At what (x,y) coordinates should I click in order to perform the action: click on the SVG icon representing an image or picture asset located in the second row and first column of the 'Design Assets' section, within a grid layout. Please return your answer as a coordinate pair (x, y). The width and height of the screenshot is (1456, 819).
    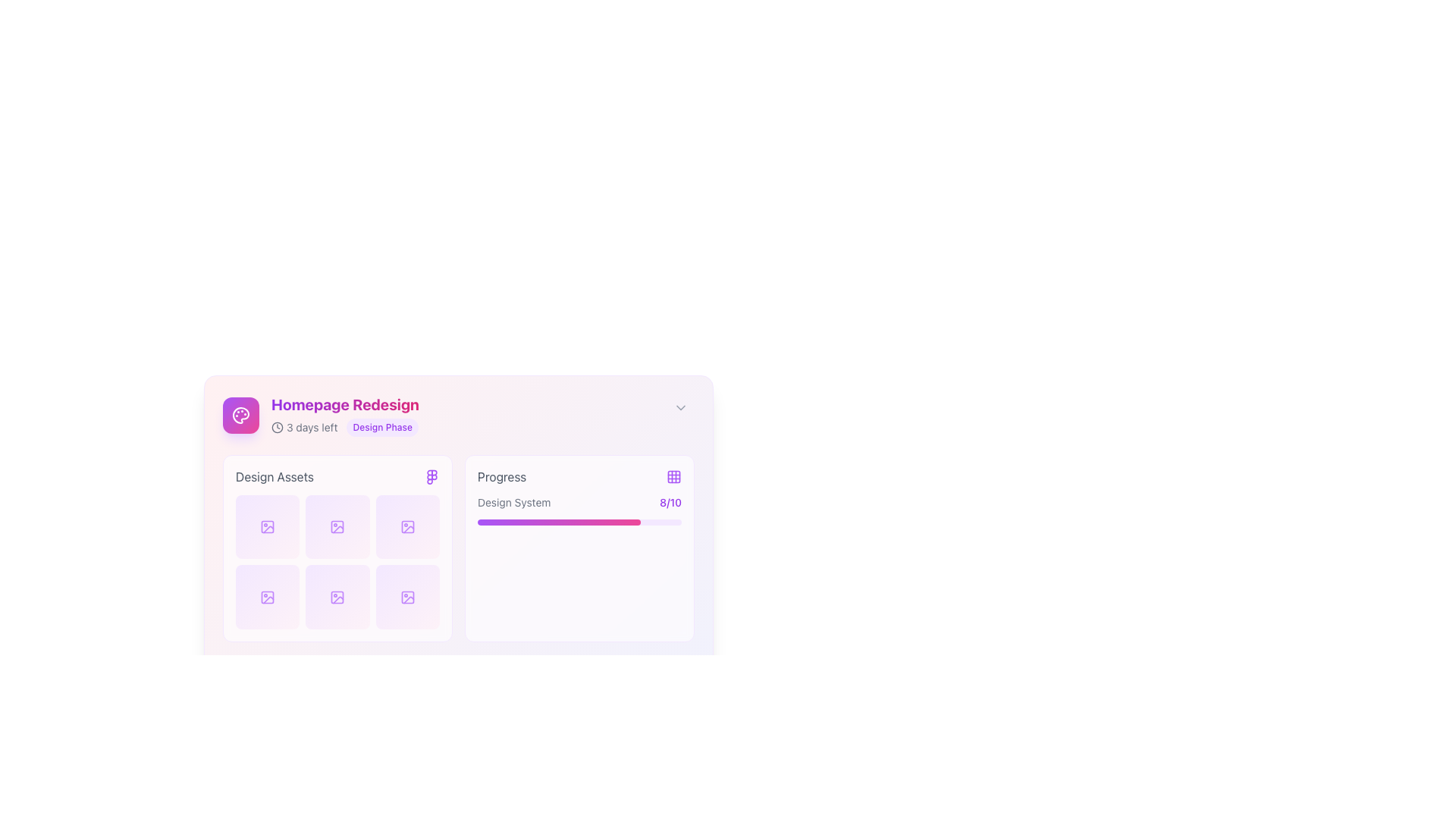
    Looking at the image, I should click on (268, 596).